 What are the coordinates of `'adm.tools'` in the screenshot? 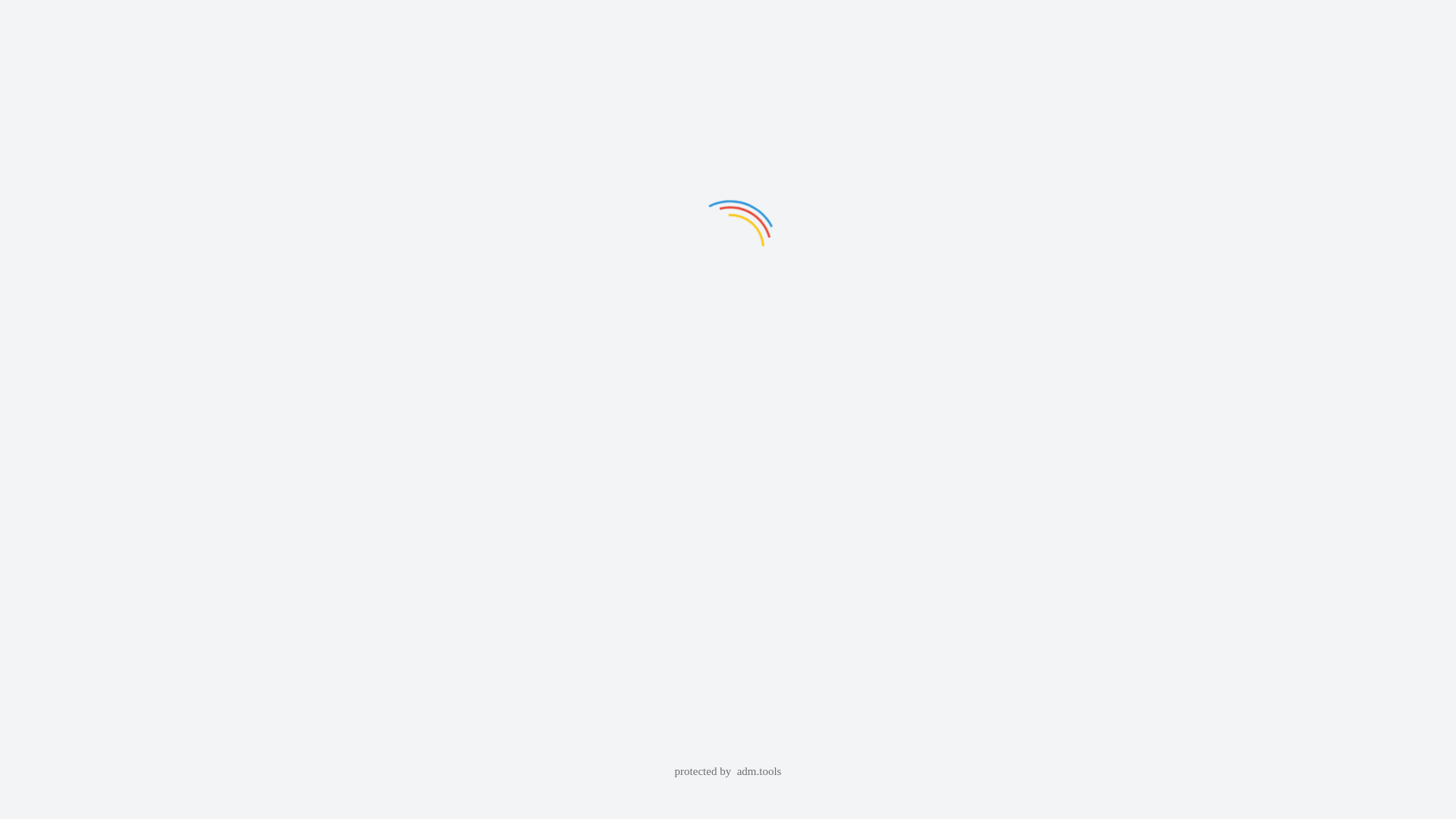 It's located at (736, 771).